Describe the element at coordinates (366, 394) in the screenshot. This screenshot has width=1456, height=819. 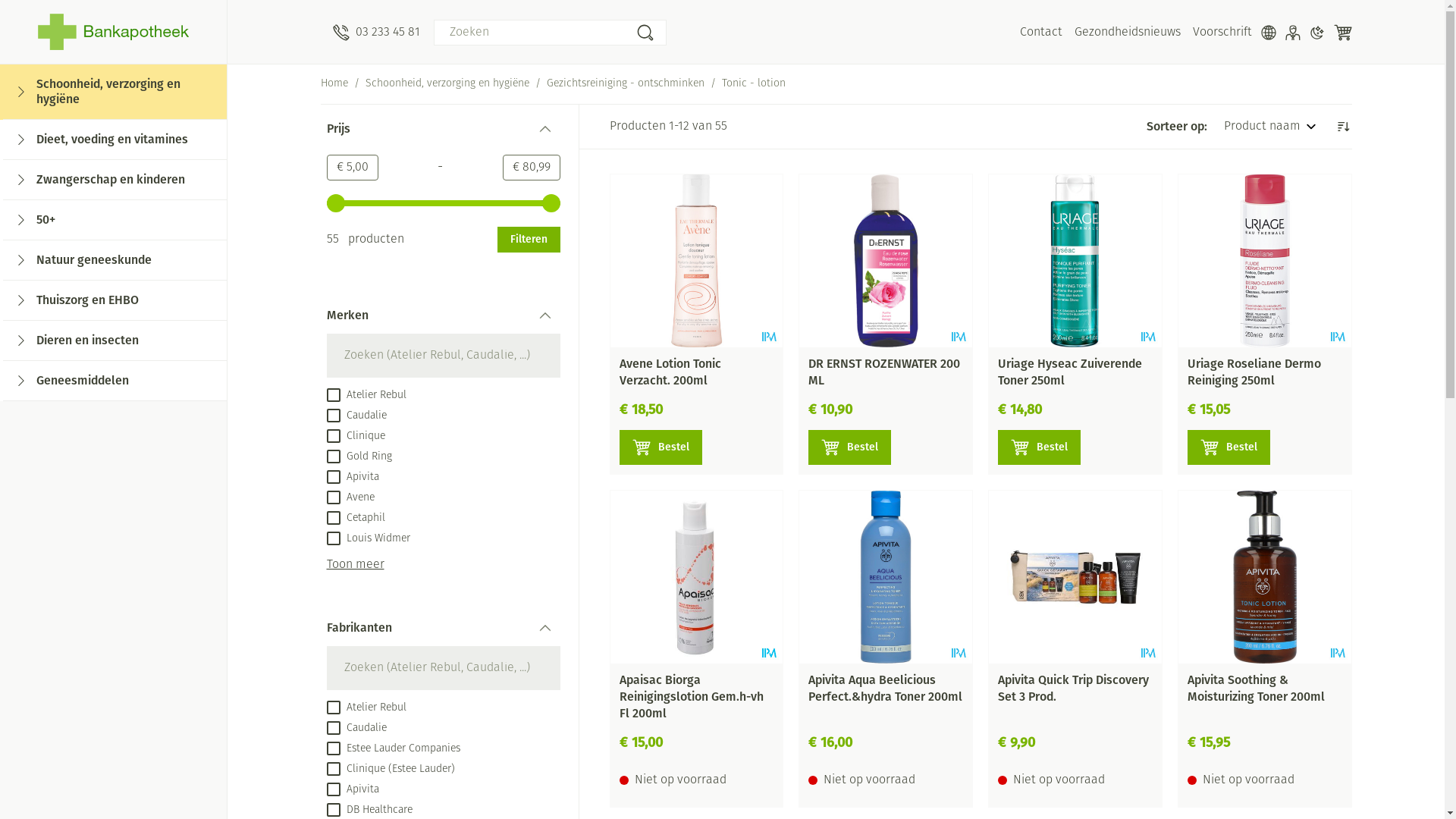
I see `'Atelier Rebul'` at that location.